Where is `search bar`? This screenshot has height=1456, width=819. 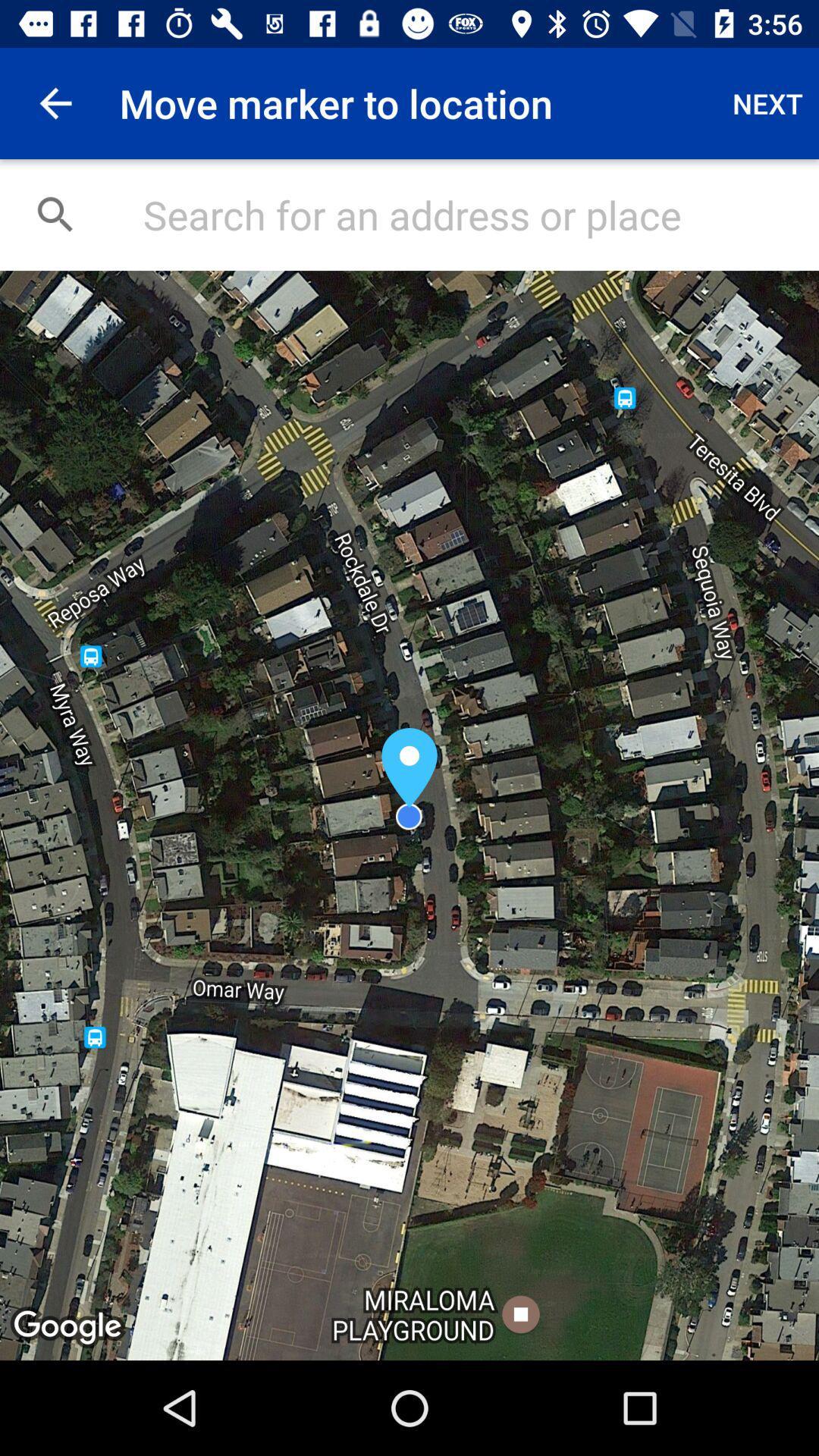
search bar is located at coordinates (464, 214).